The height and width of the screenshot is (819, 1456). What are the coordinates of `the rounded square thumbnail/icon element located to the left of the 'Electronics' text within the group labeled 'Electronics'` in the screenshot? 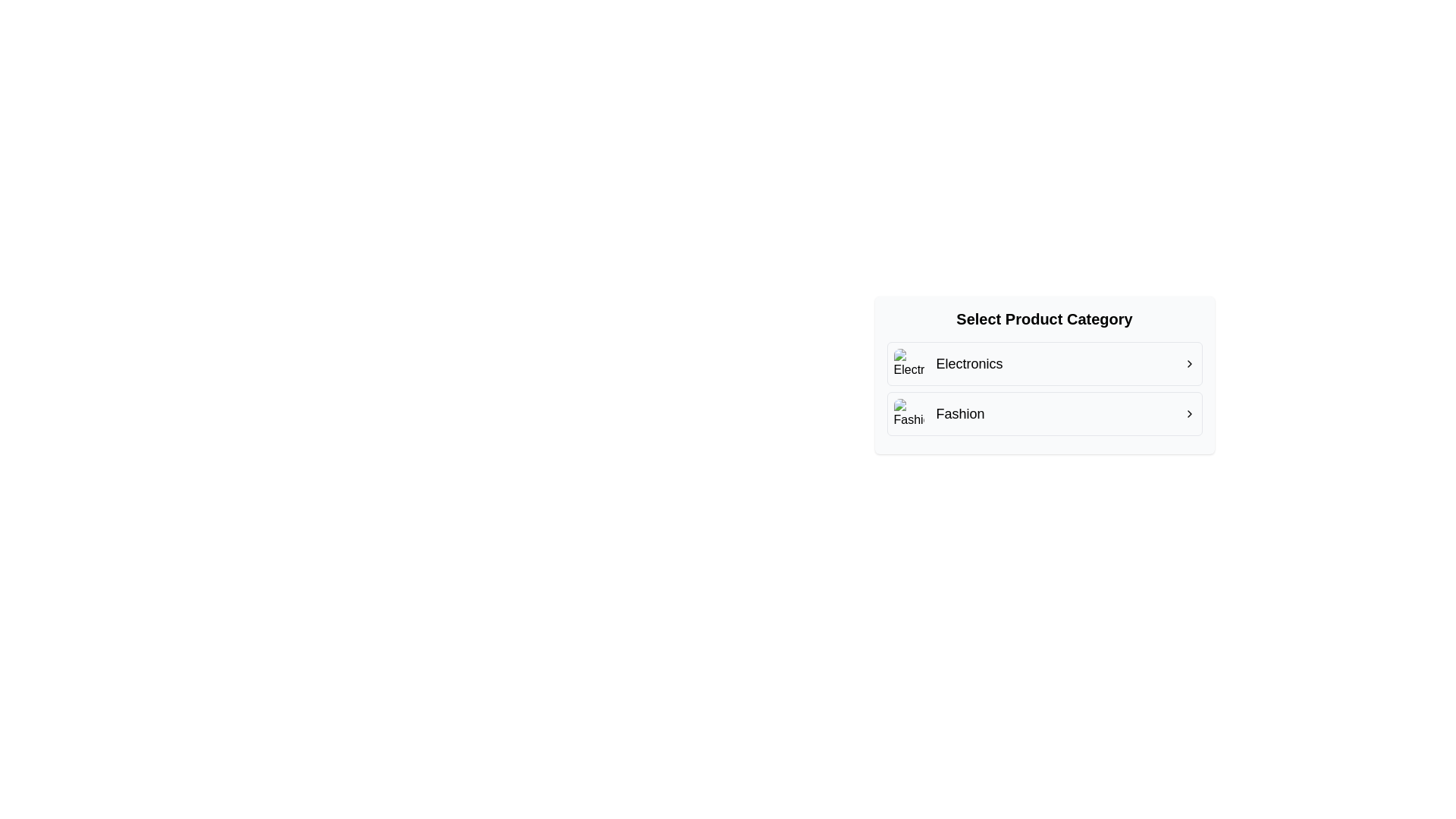 It's located at (908, 363).